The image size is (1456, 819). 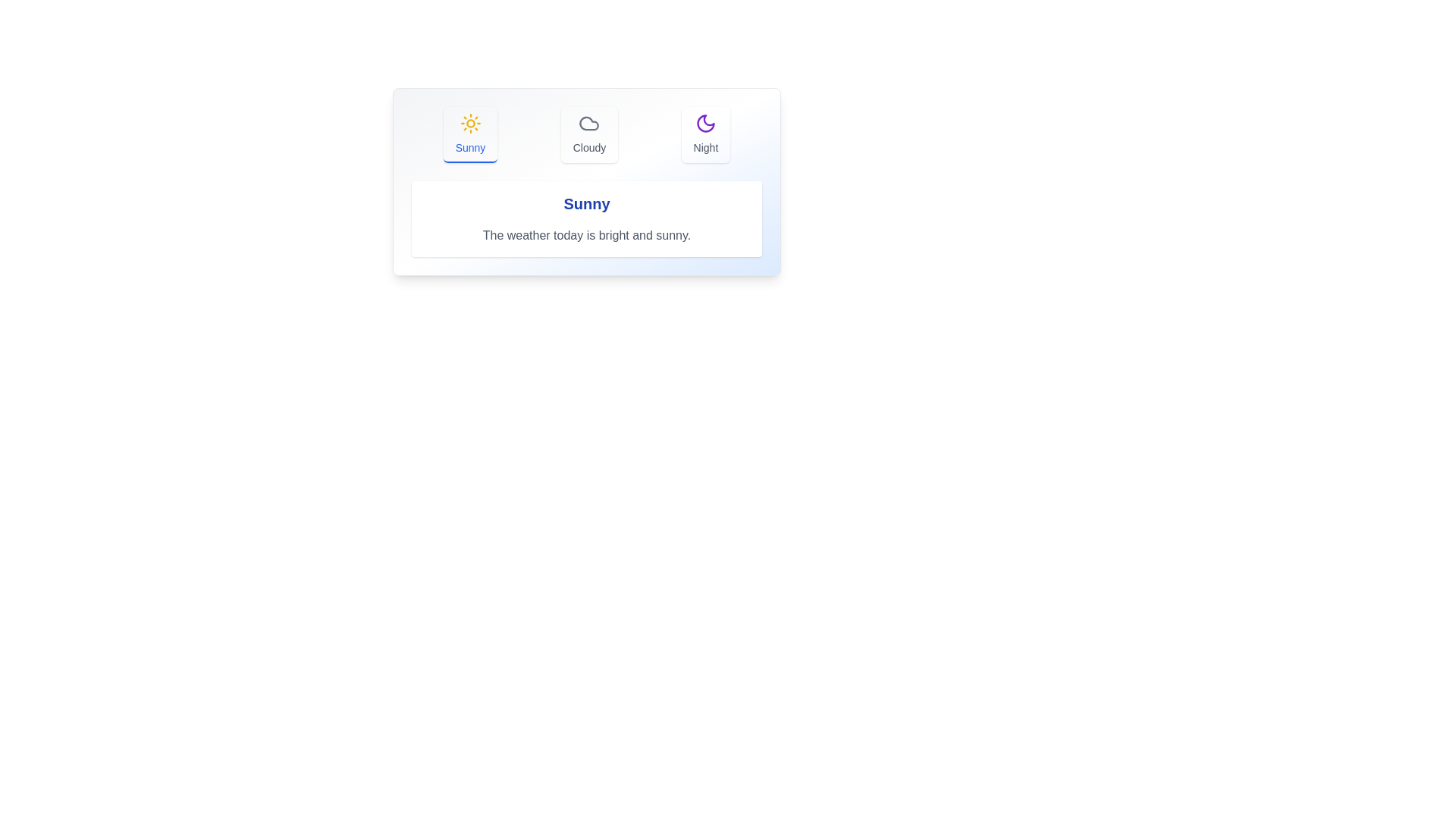 What do you see at coordinates (704, 133) in the screenshot?
I see `the tab labeled Night to switch to its content` at bounding box center [704, 133].